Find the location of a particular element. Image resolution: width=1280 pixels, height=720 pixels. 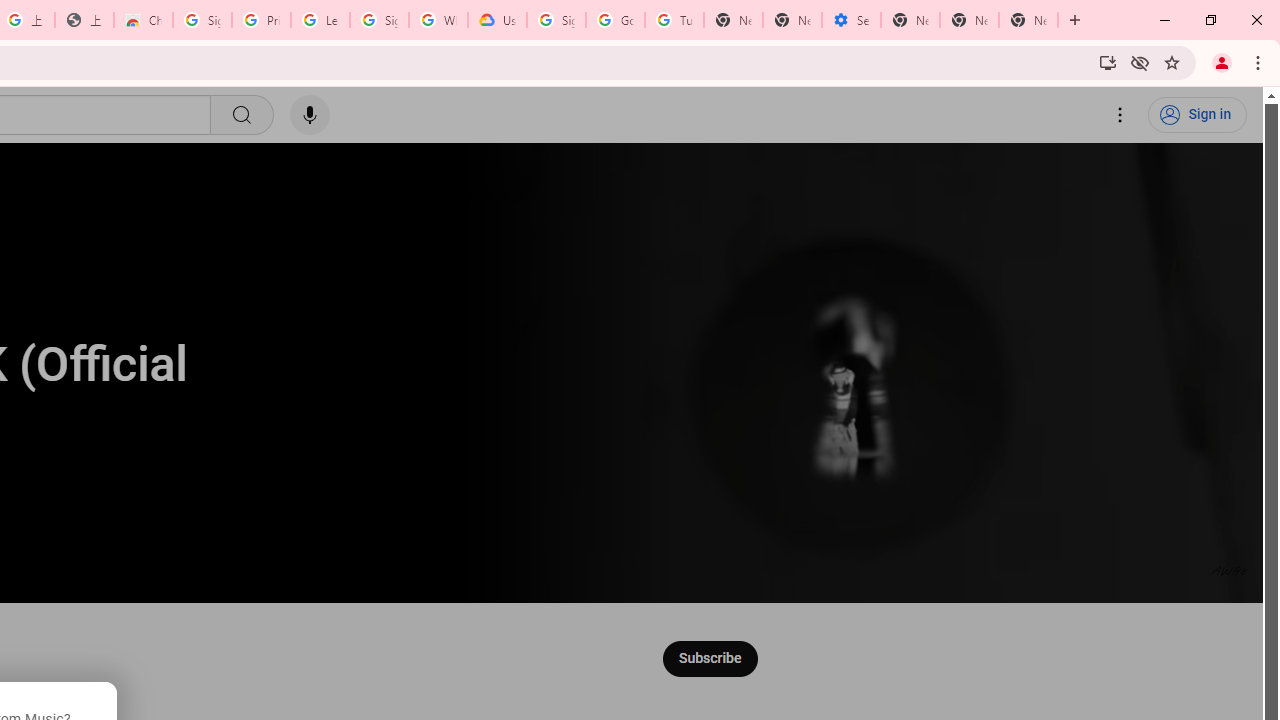

'Channel watermark' is located at coordinates (1229, 570).